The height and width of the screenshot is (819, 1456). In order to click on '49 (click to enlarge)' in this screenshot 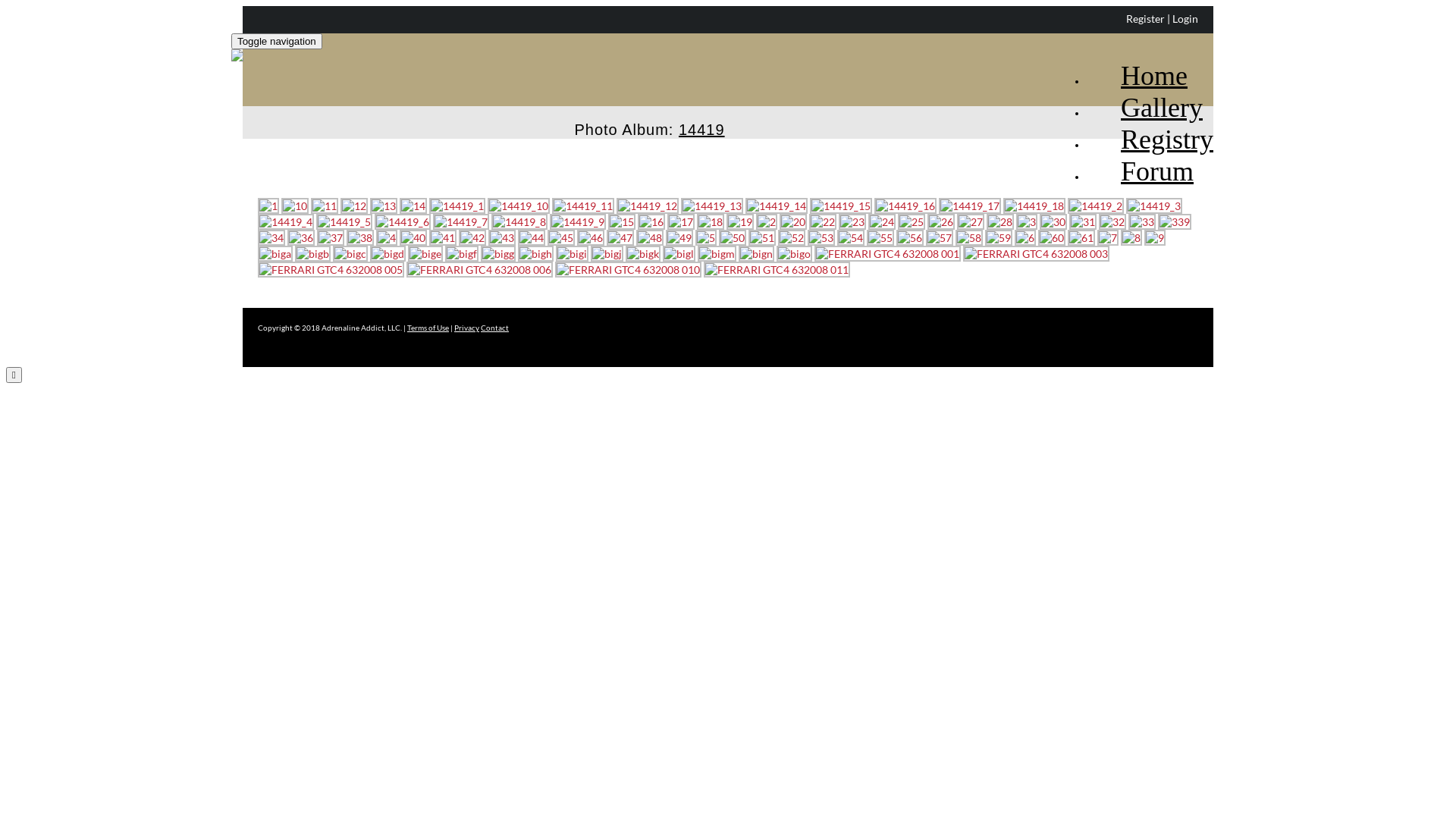, I will do `click(666, 237)`.